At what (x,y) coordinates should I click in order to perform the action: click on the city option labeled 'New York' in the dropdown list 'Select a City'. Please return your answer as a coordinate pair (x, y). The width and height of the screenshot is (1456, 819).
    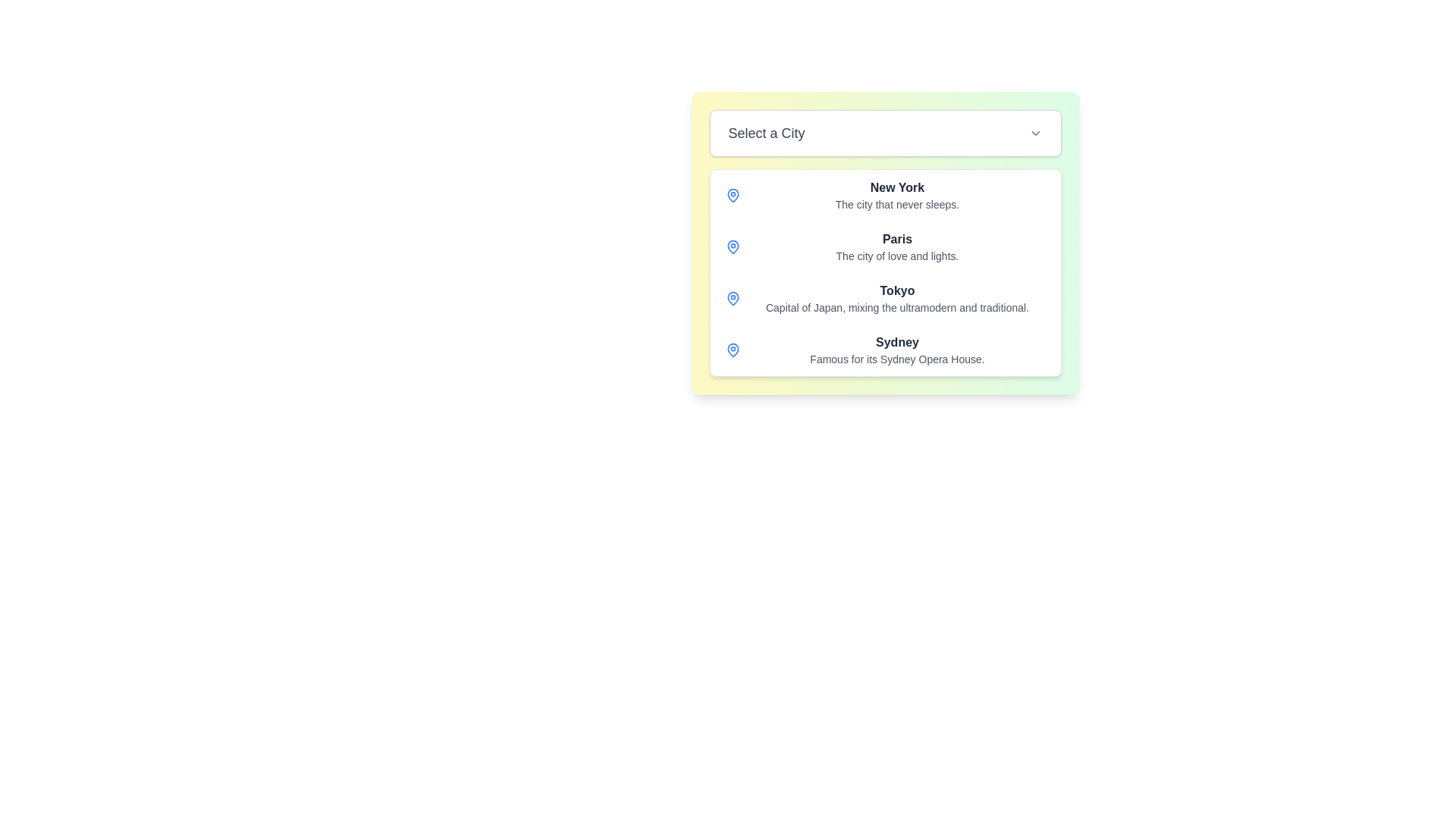
    Looking at the image, I should click on (897, 195).